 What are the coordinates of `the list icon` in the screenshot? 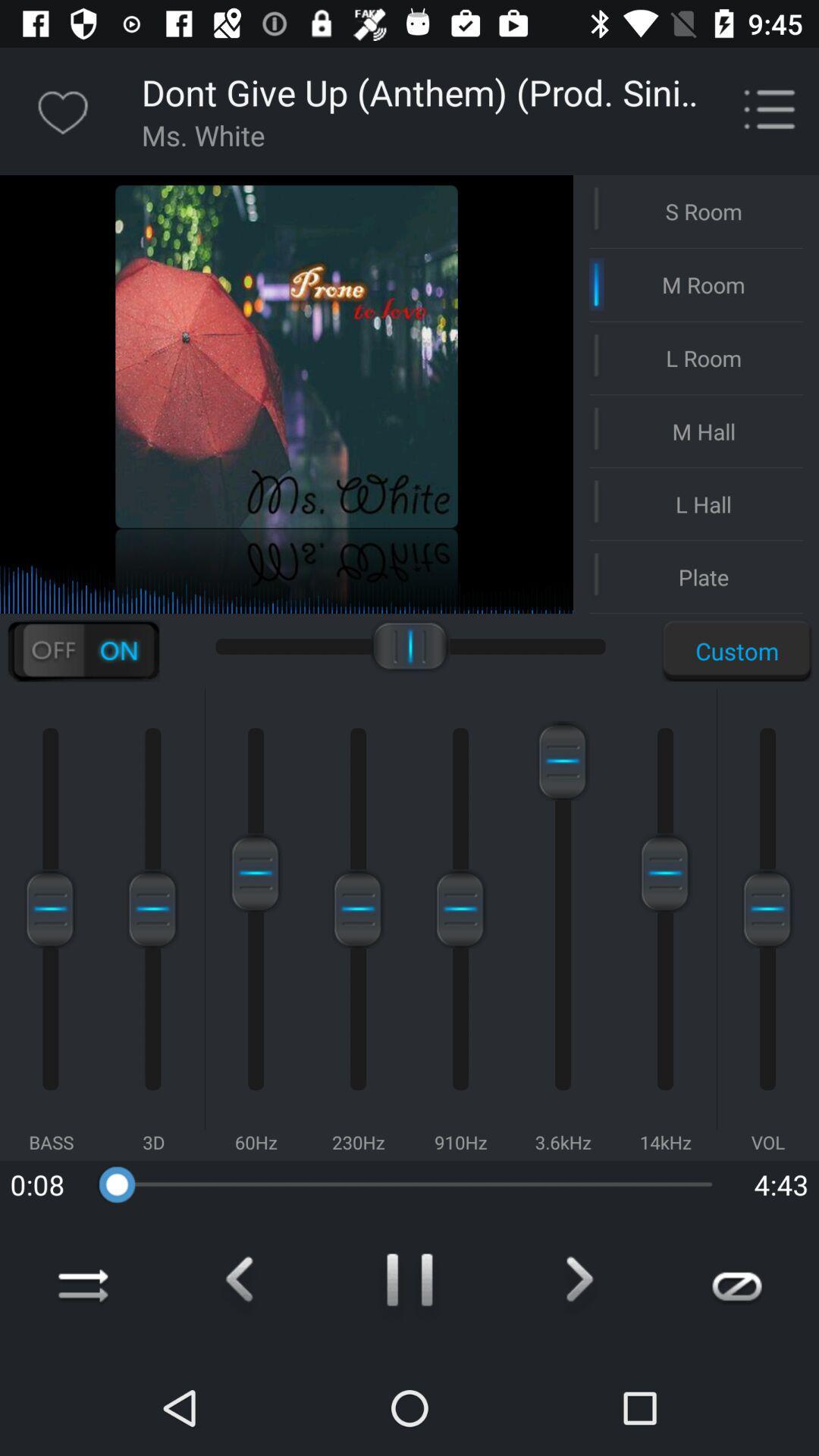 It's located at (763, 102).